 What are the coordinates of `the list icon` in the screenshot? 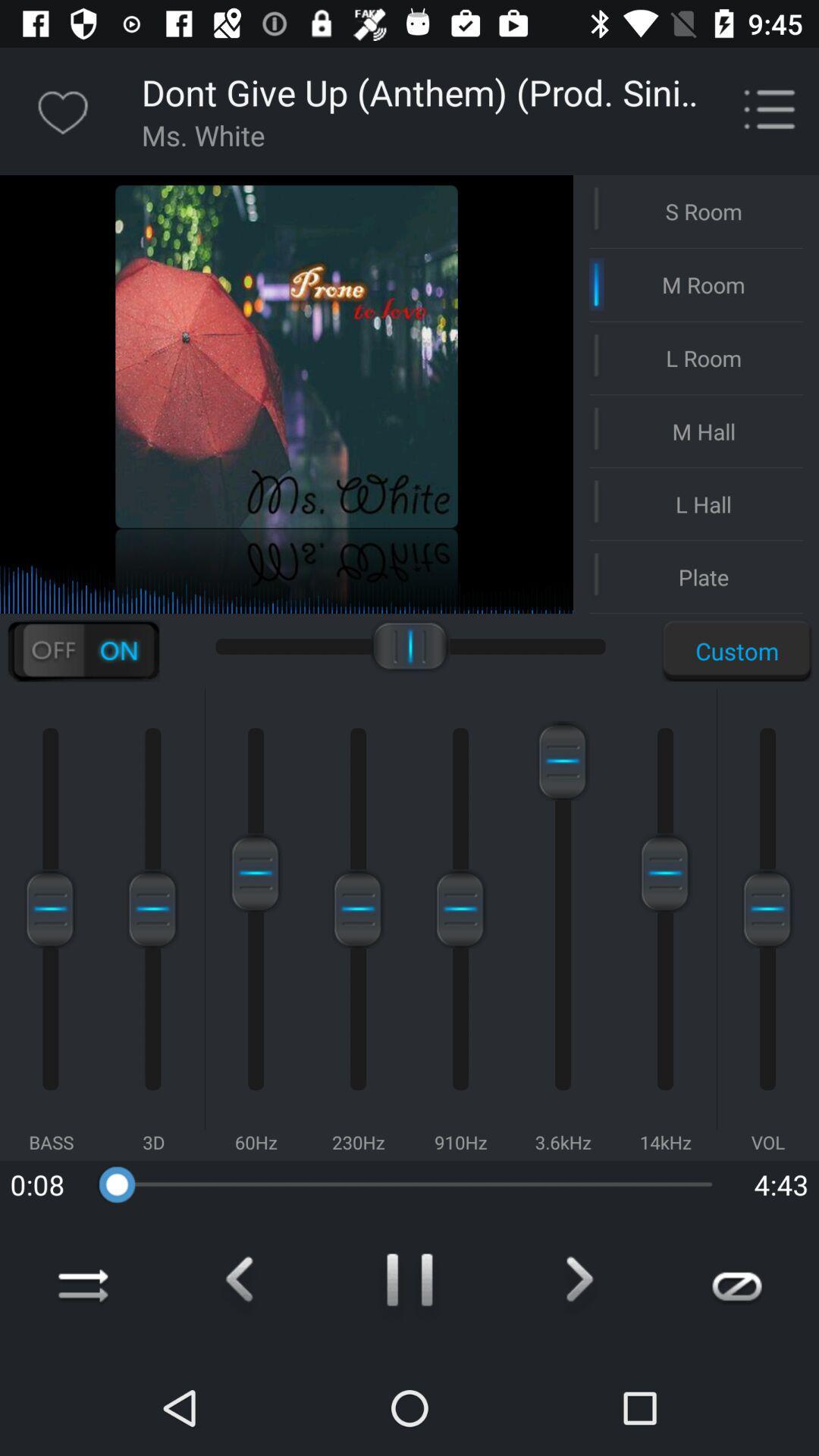 It's located at (763, 102).